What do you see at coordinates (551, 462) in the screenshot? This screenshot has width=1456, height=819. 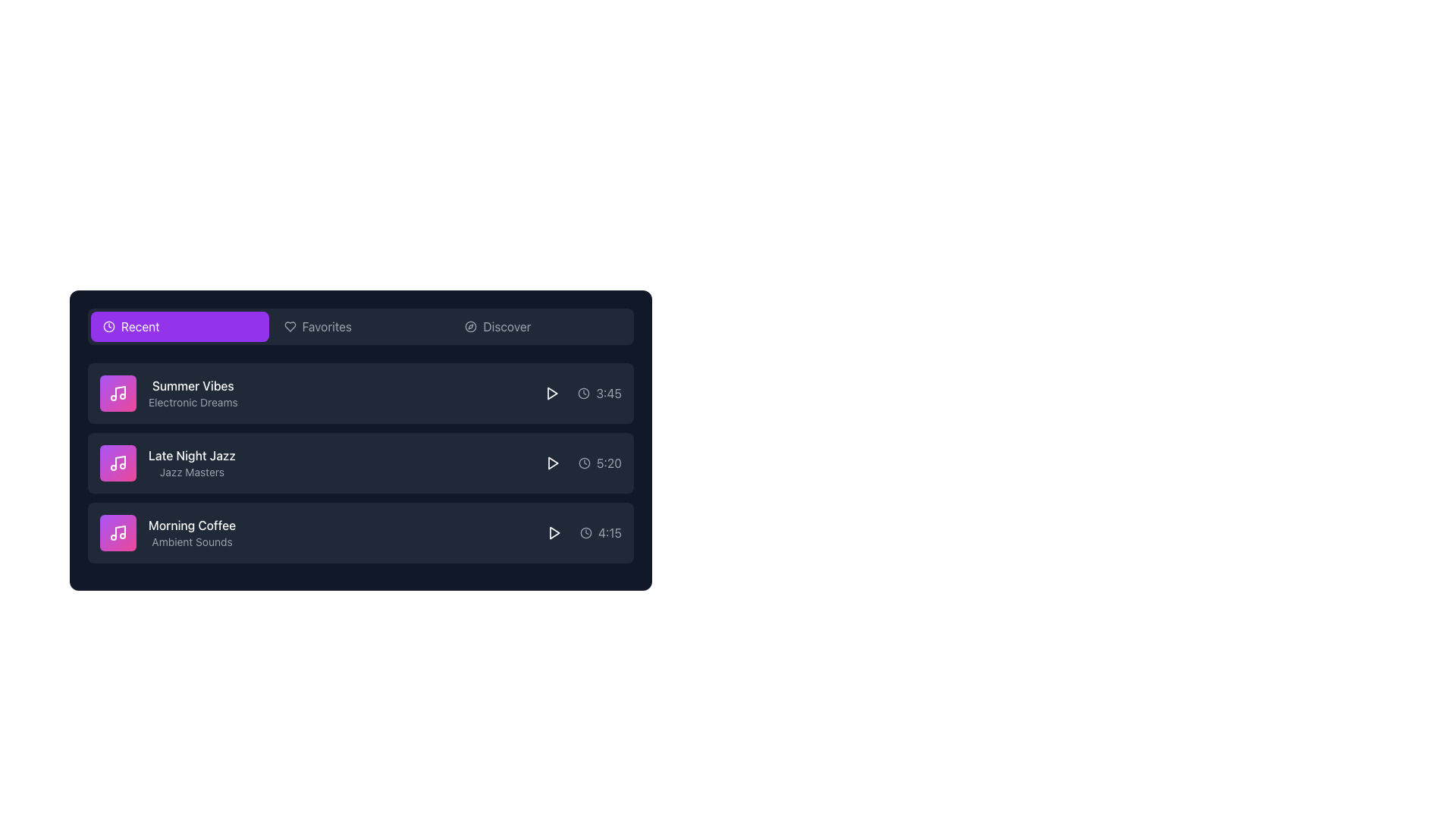 I see `the circular button with a triangular play icon located to the left of the track duration '5:20' in the row for 'Late Night Jazz' to initiate playback` at bounding box center [551, 462].